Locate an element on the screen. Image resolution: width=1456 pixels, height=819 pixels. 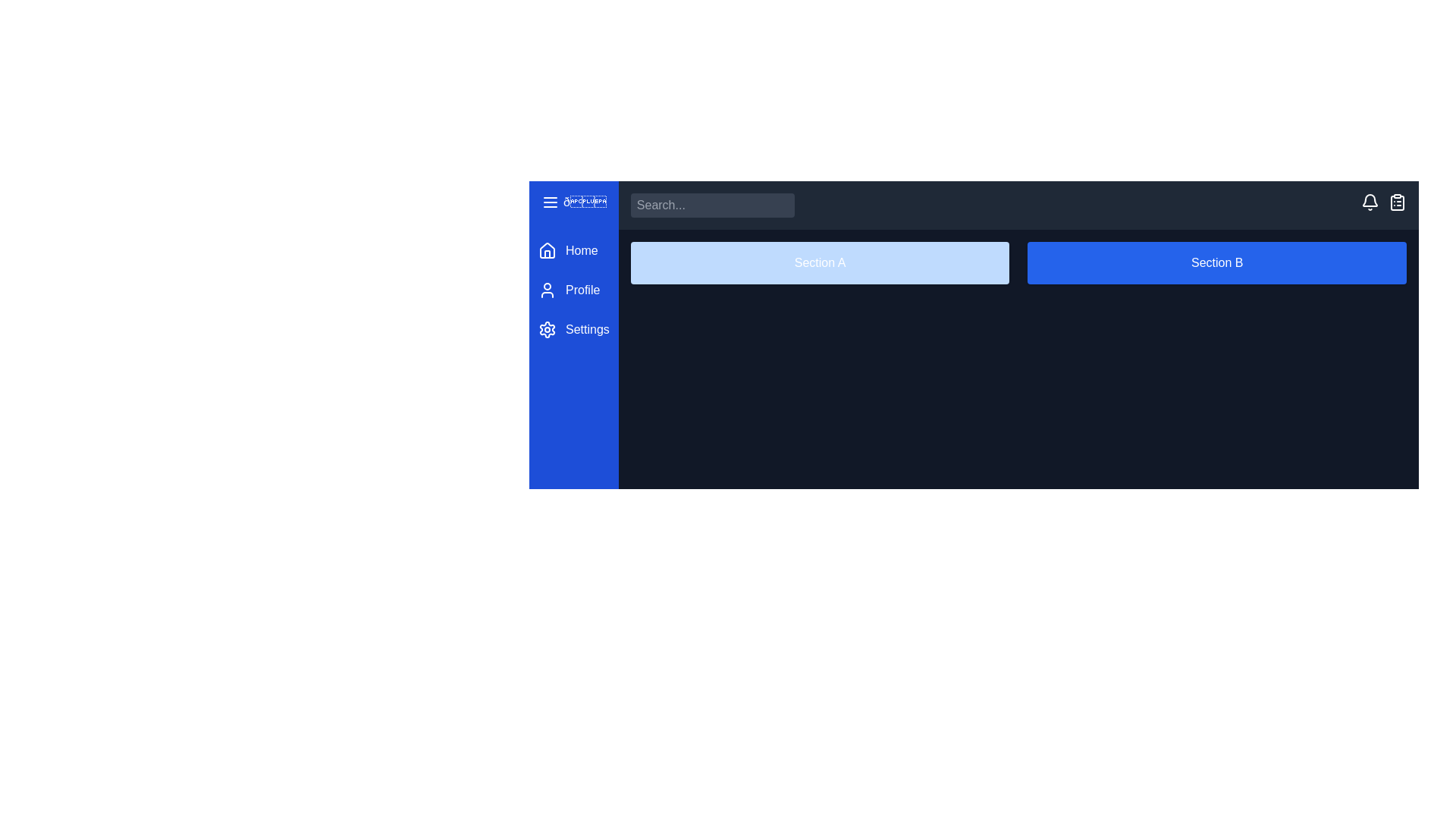
the user profile icon, which is a circular head and shoulders outline, located in the 'Profile' button on the sidebar is located at coordinates (546, 290).